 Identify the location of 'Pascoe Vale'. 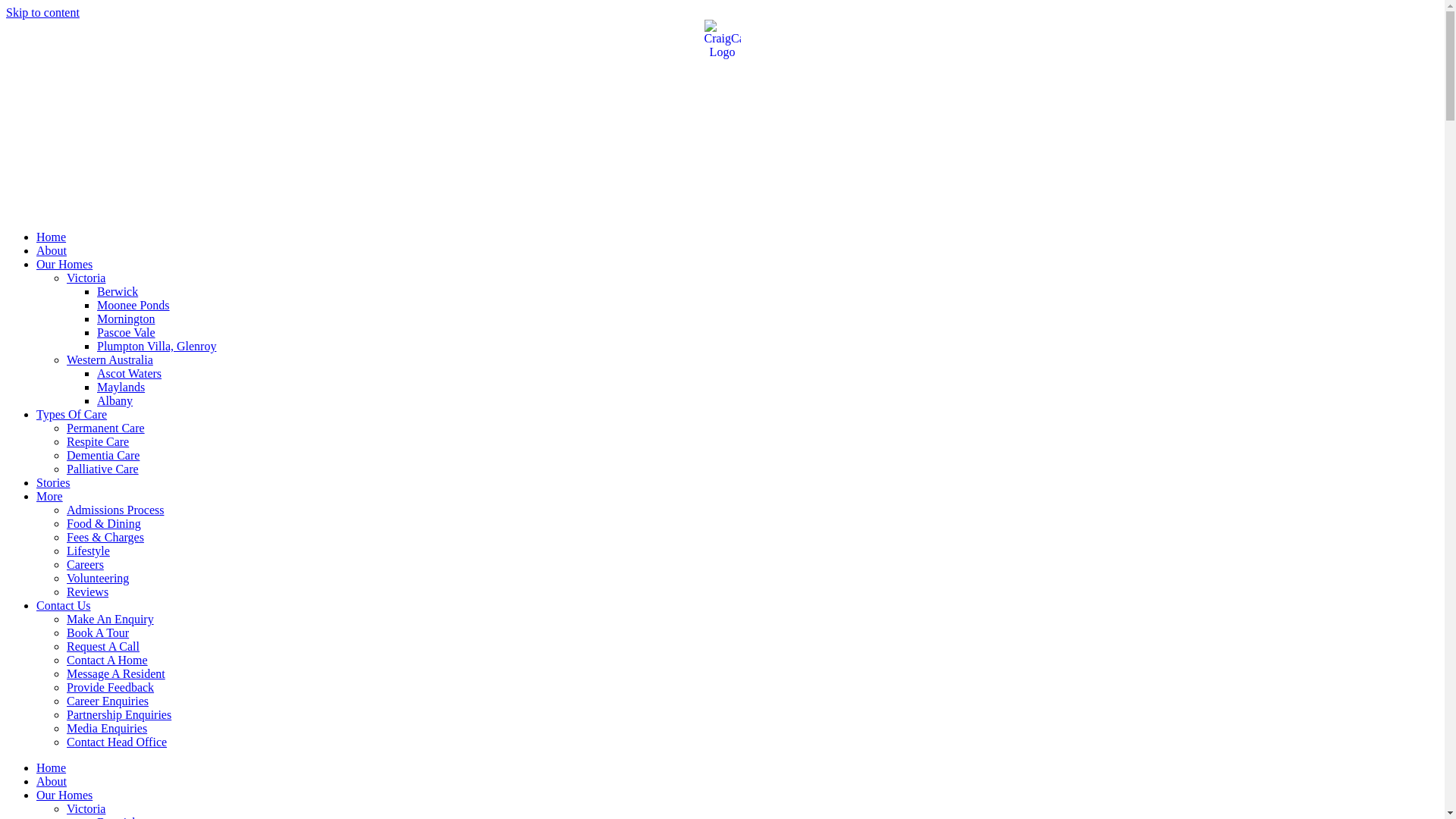
(96, 331).